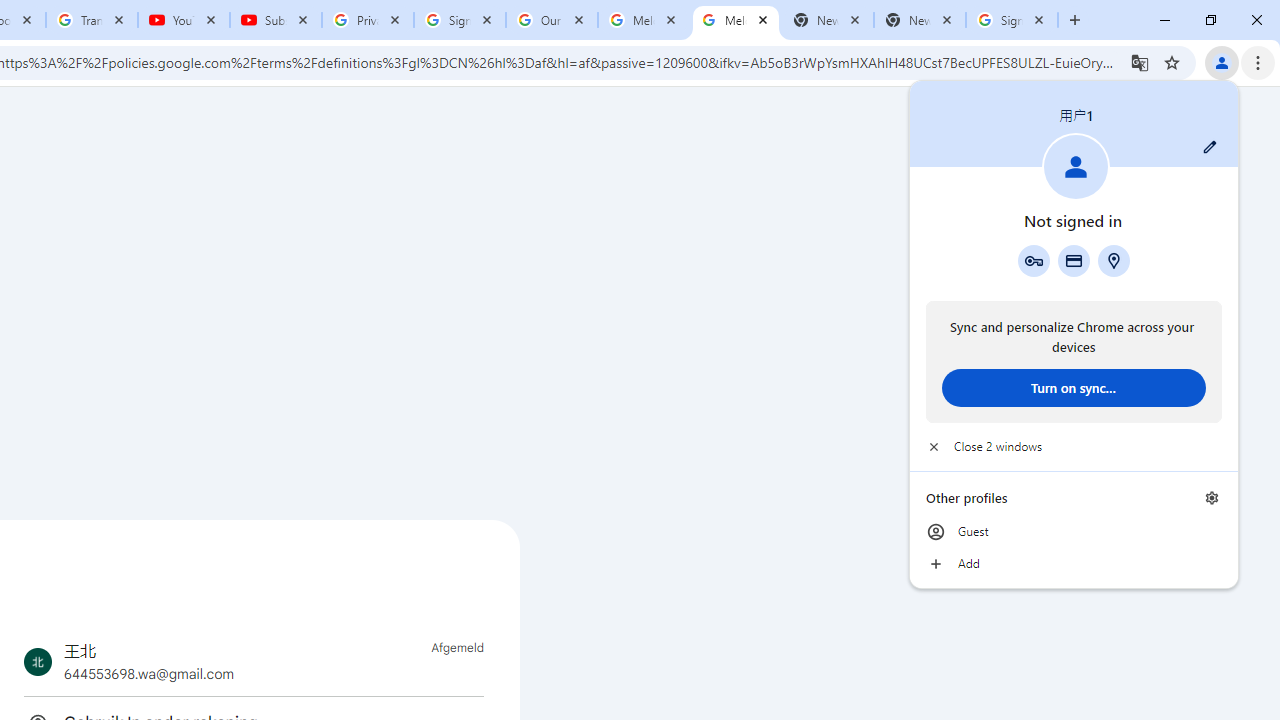  I want to click on 'Addresses and more', so click(1113, 260).